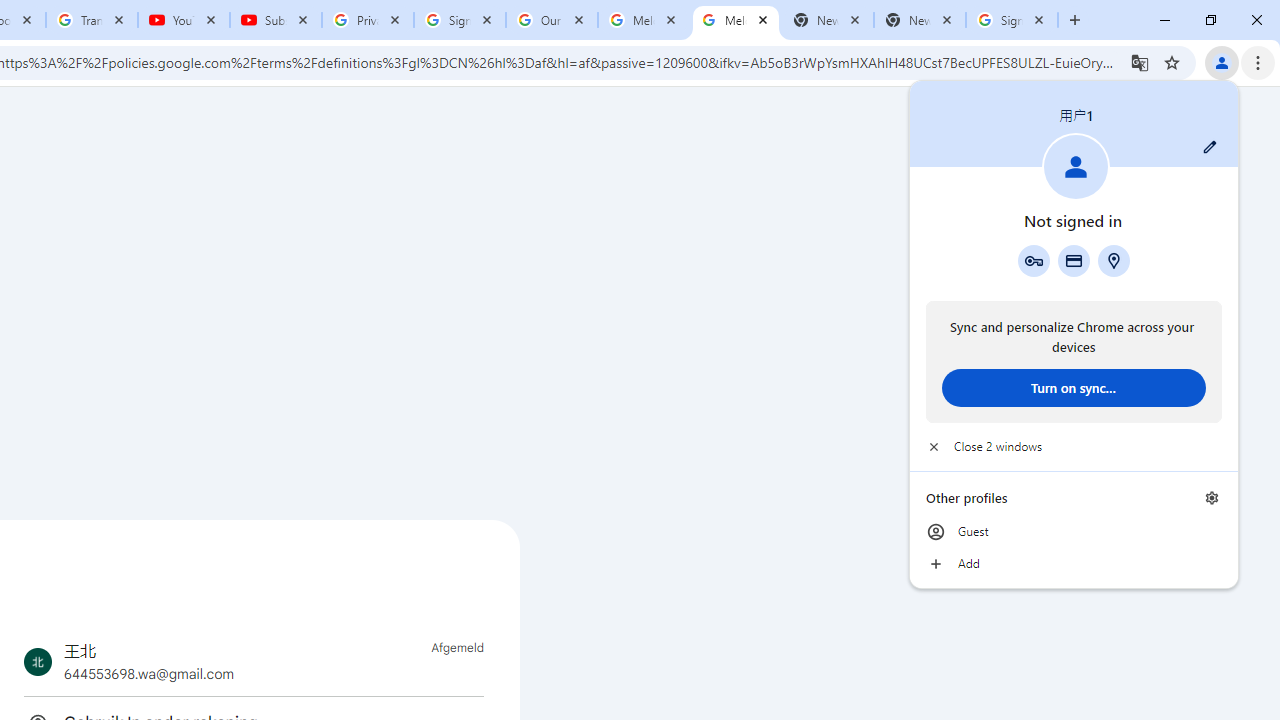  I want to click on 'Addresses and more', so click(1113, 260).